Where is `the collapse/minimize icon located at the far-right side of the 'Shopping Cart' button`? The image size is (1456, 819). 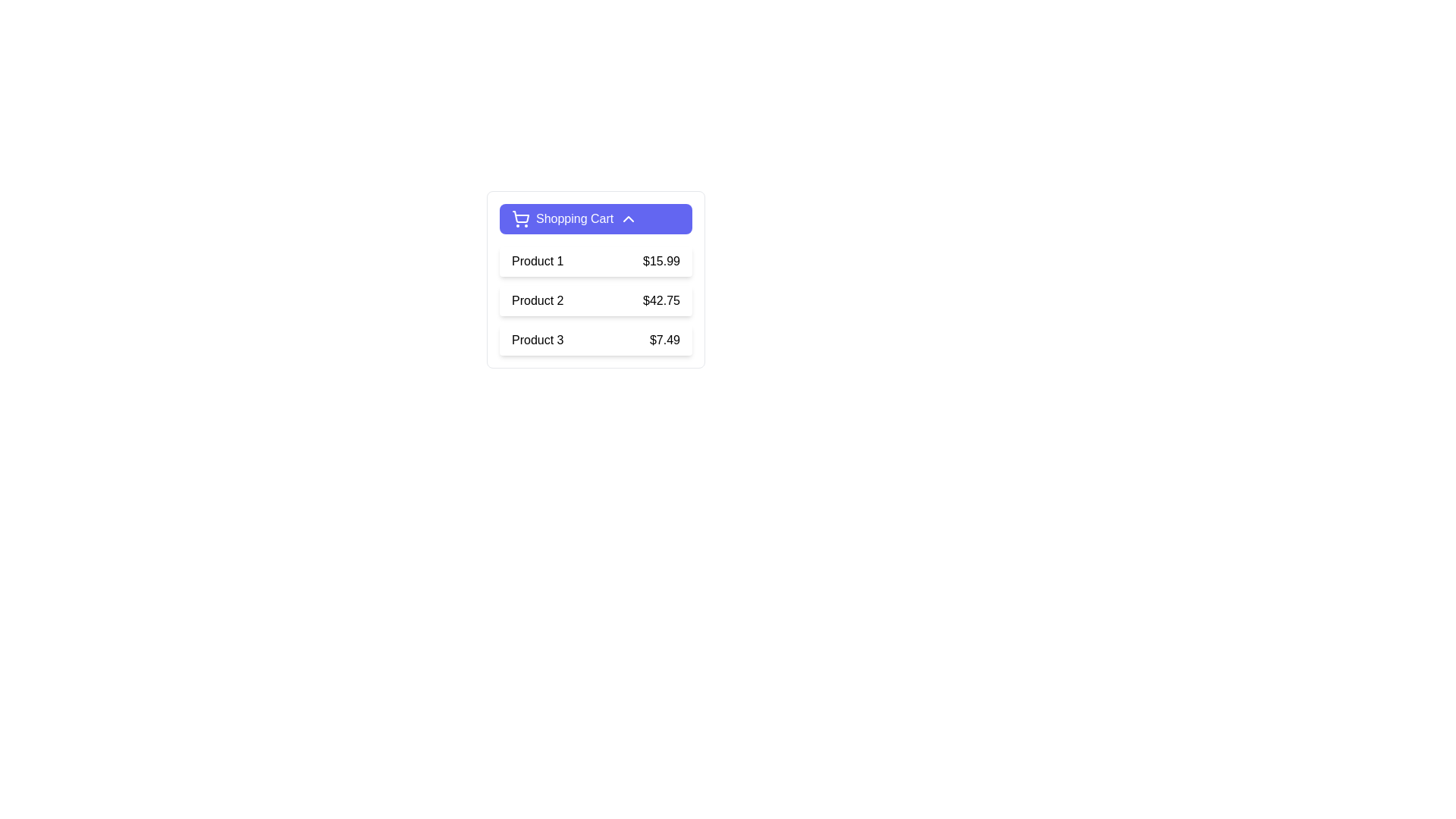
the collapse/minimize icon located at the far-right side of the 'Shopping Cart' button is located at coordinates (629, 219).